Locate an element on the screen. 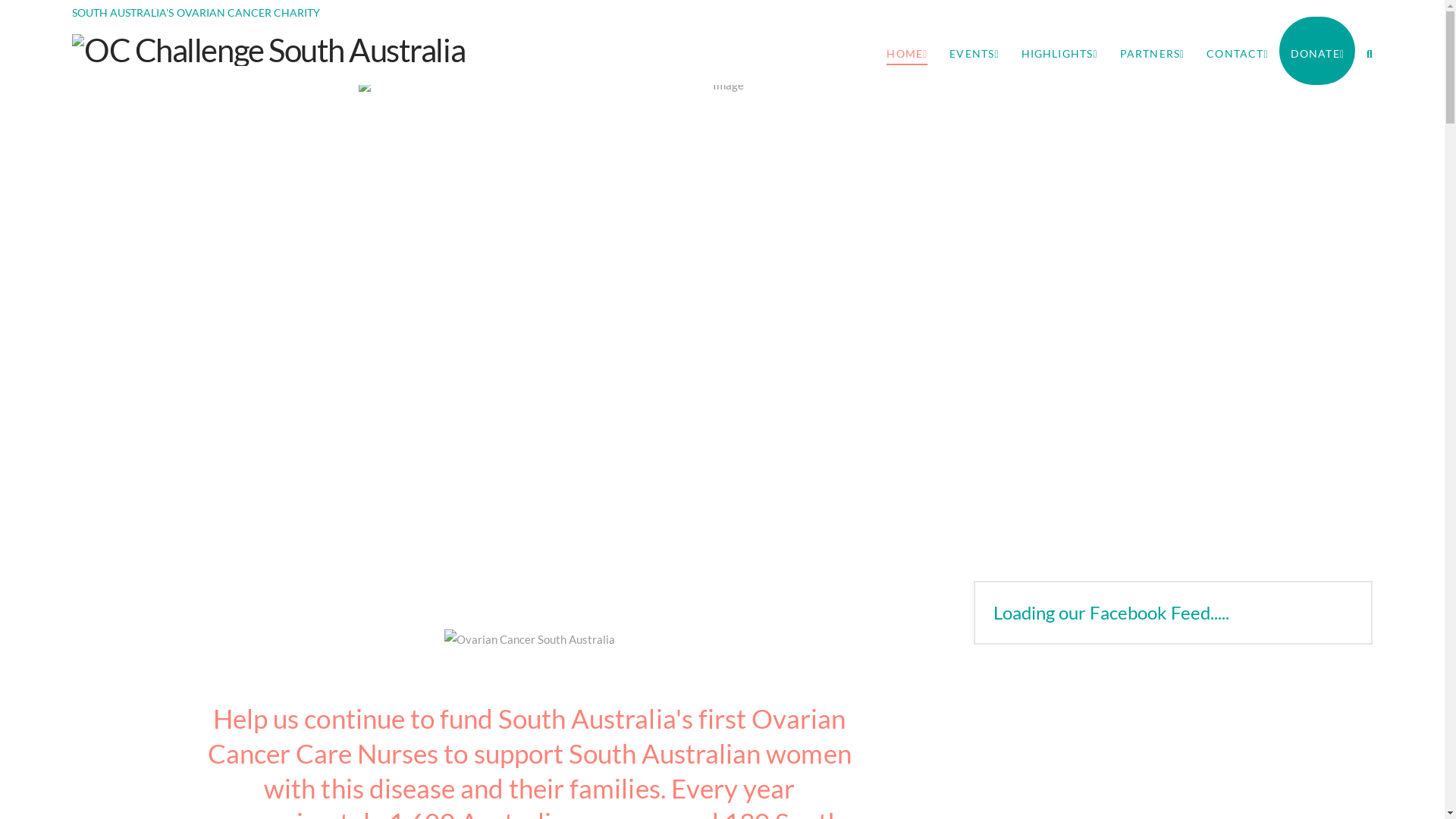 This screenshot has height=819, width=1456. 'PARTNERS' is located at coordinates (1152, 49).